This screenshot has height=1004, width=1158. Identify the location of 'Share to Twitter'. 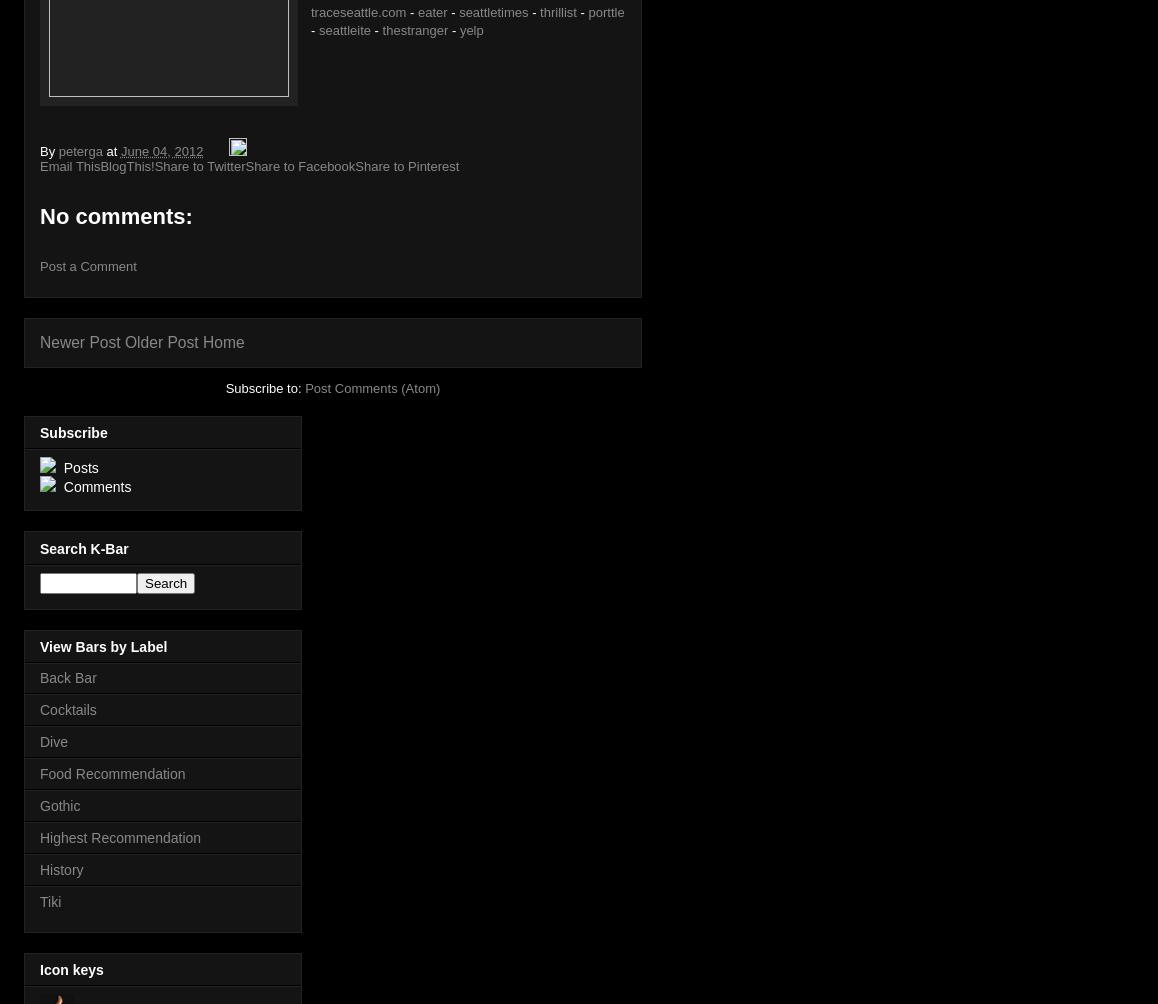
(199, 165).